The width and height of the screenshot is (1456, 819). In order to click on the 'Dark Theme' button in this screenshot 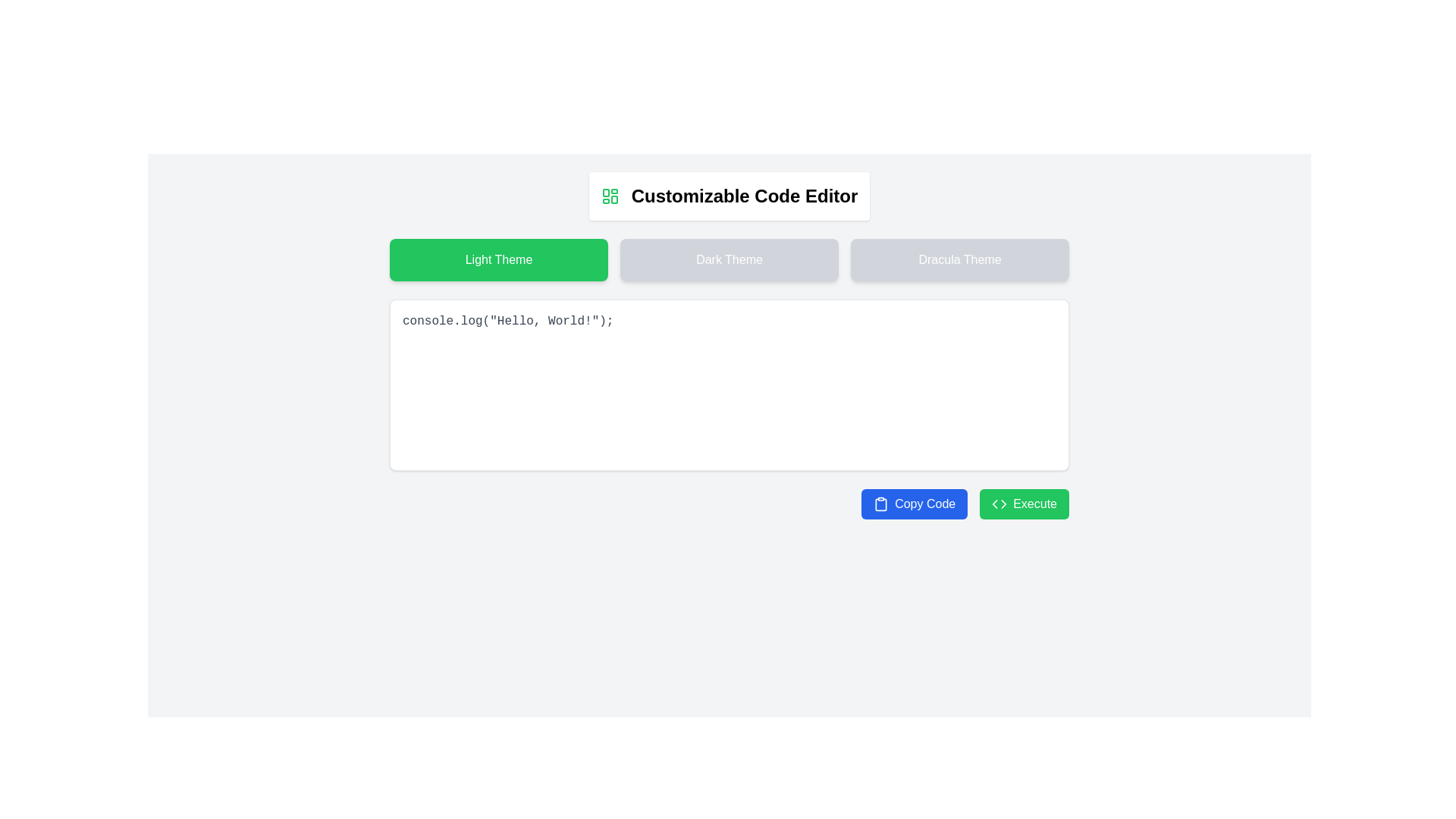, I will do `click(729, 259)`.